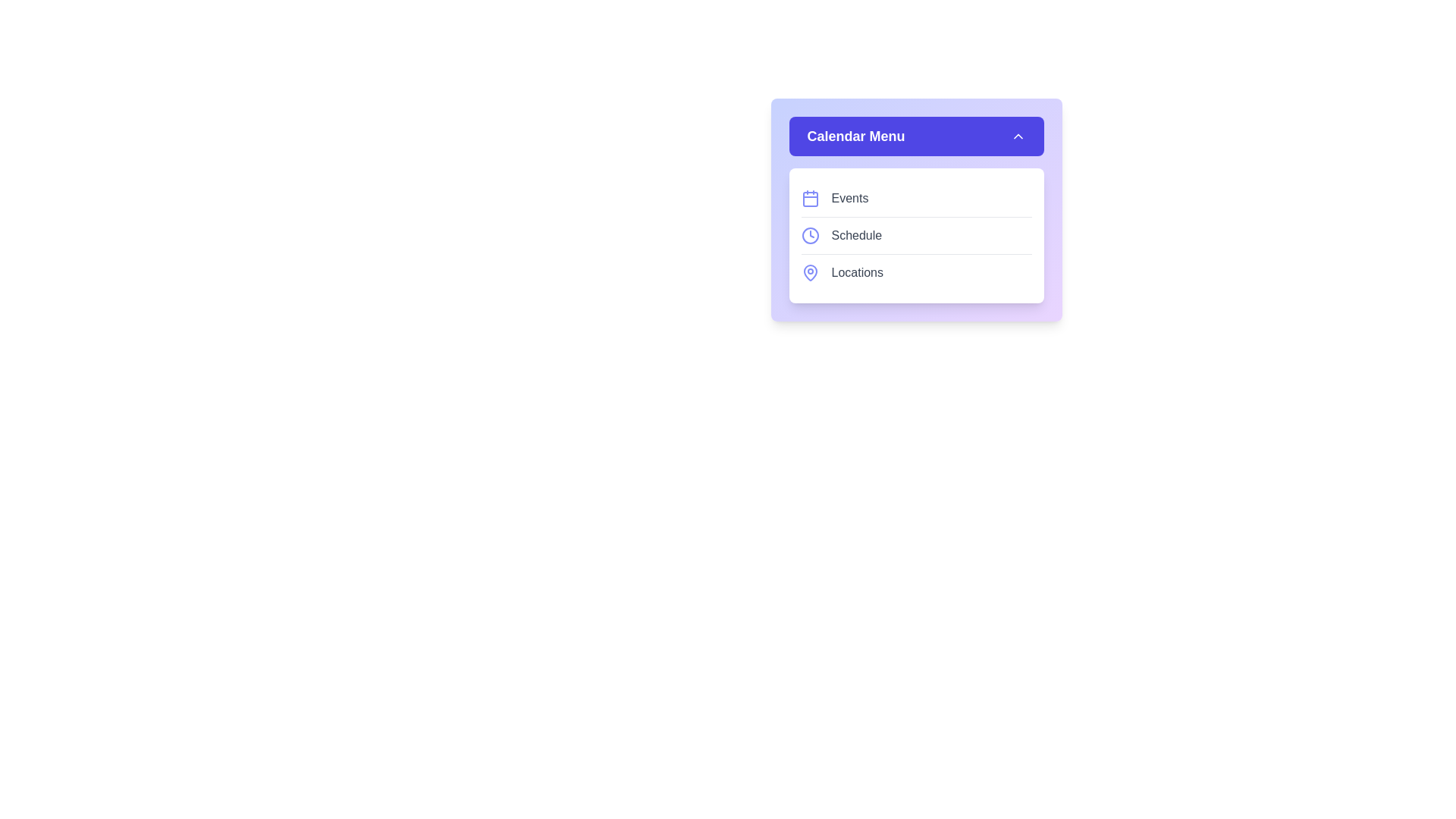  What do you see at coordinates (915, 235) in the screenshot?
I see `the menu item Schedule` at bounding box center [915, 235].